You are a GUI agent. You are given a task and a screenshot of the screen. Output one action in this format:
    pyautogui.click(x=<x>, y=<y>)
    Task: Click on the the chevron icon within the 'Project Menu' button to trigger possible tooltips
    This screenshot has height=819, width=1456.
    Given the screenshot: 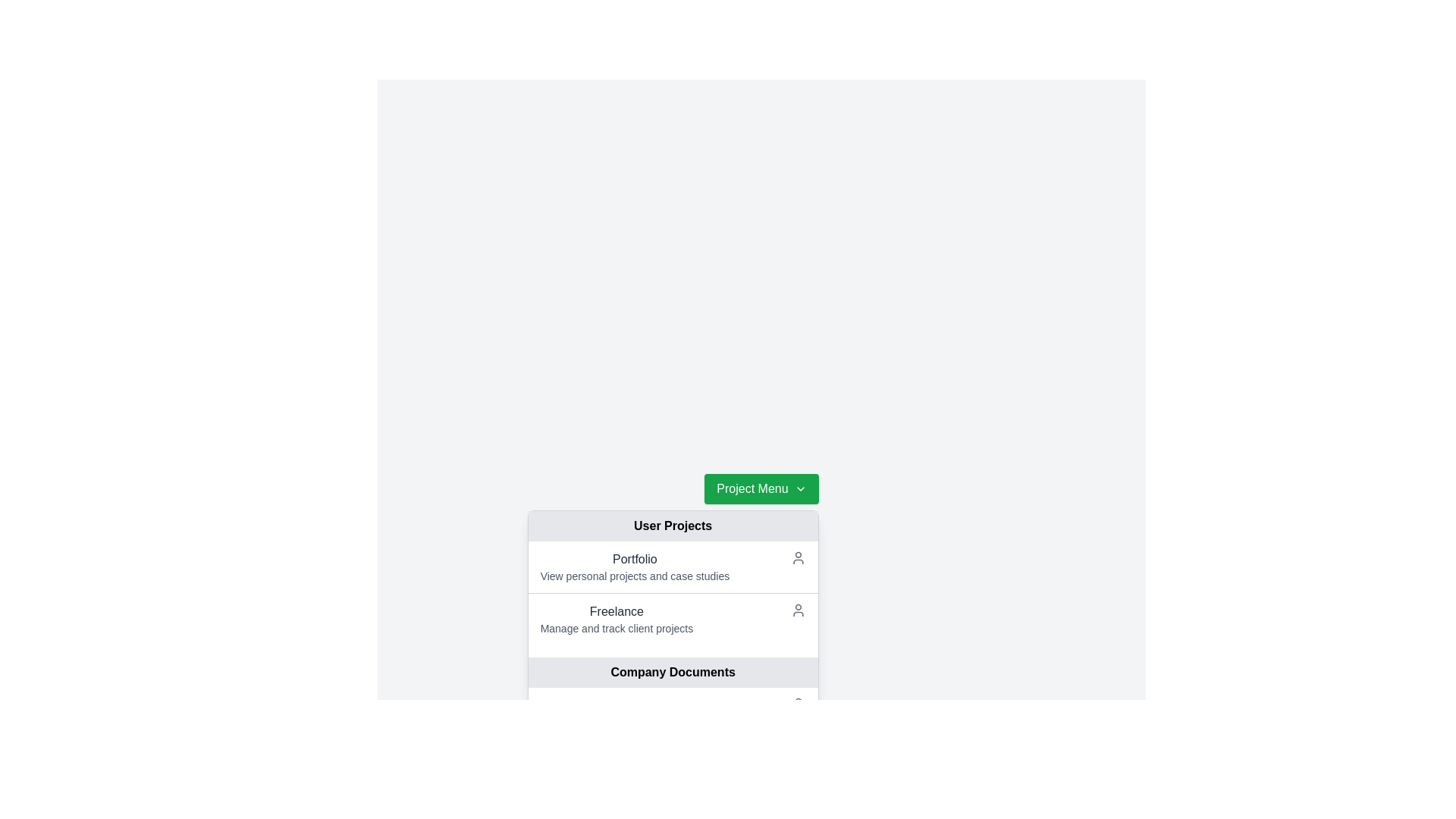 What is the action you would take?
    pyautogui.click(x=799, y=488)
    